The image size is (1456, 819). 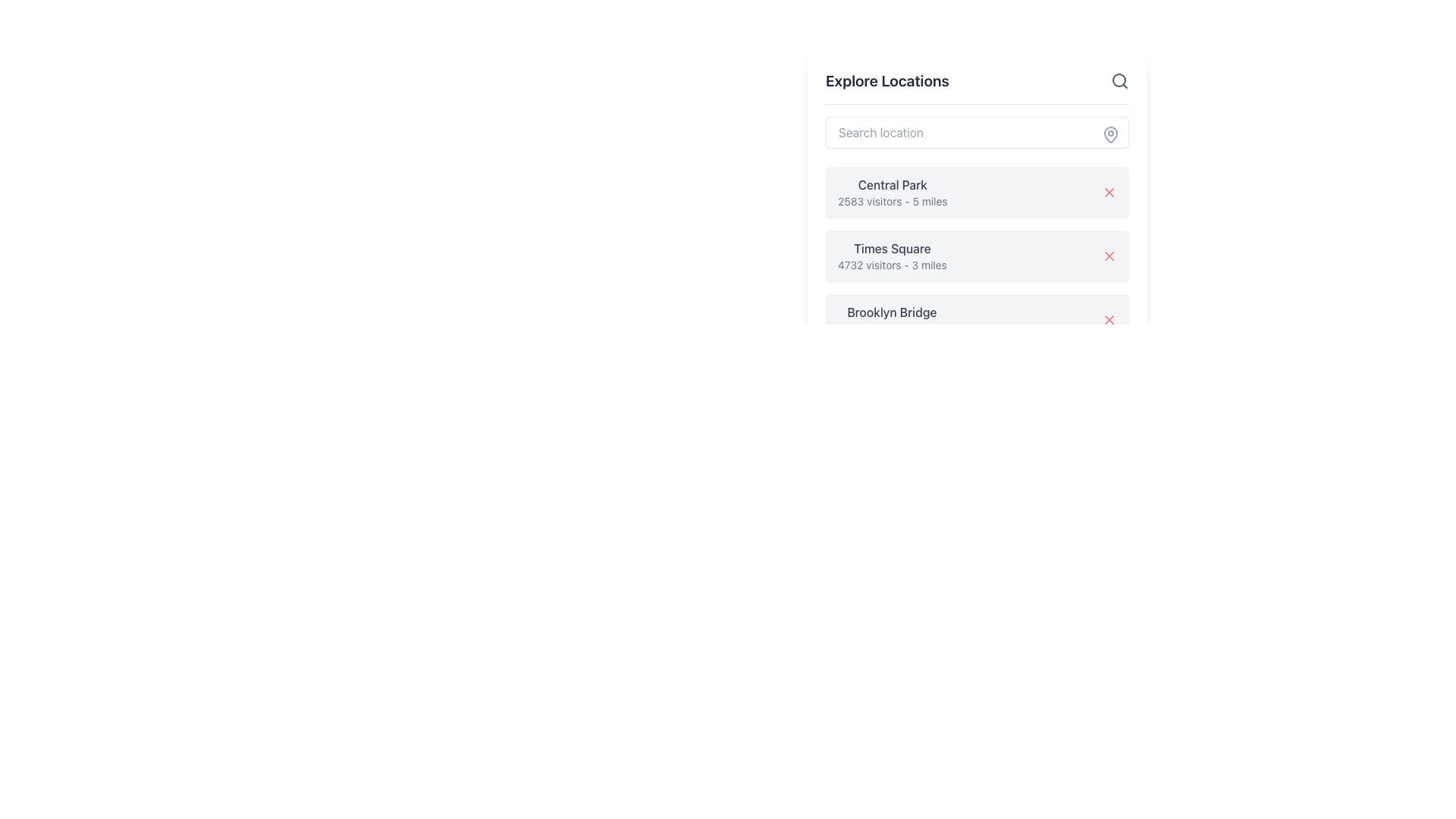 I want to click on the decorative map pin icon located in the upper-right corner of the 'Search location' input field, so click(x=1110, y=133).